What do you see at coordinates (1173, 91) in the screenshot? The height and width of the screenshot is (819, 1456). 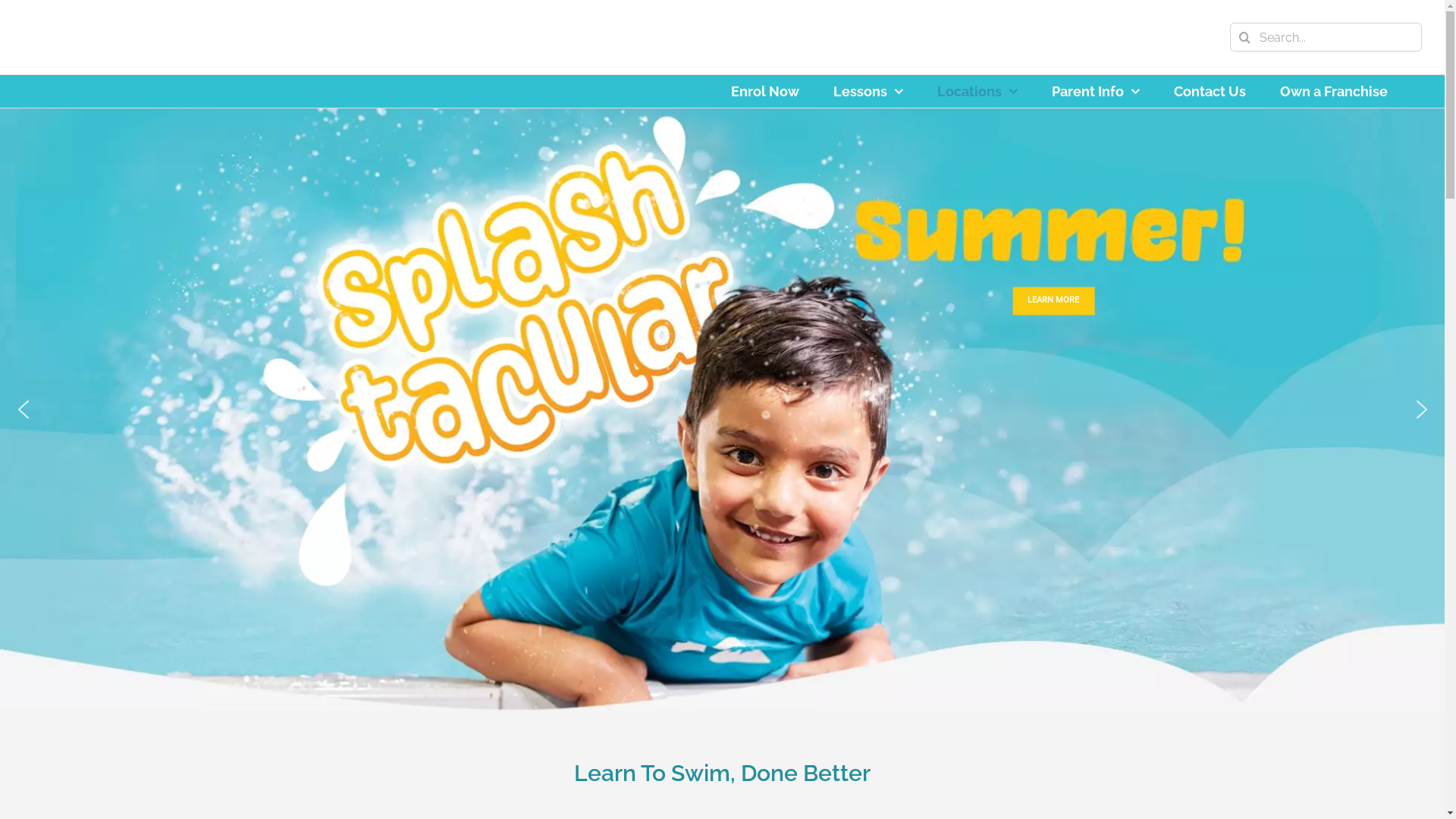 I see `'Contact Us'` at bounding box center [1173, 91].